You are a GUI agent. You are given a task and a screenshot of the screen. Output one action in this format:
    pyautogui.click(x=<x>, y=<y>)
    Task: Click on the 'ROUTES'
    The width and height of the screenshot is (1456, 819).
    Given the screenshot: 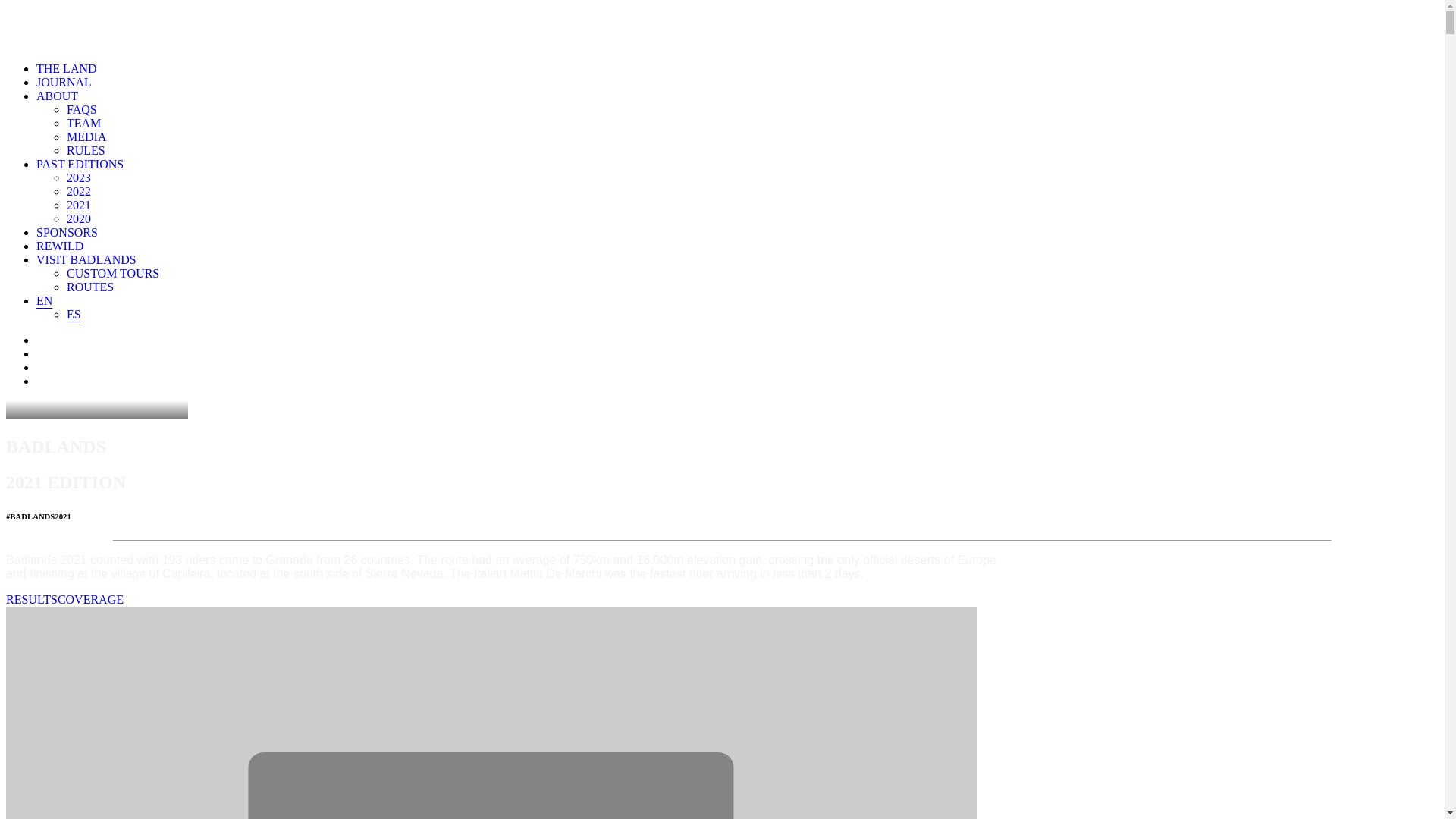 What is the action you would take?
    pyautogui.click(x=65, y=287)
    